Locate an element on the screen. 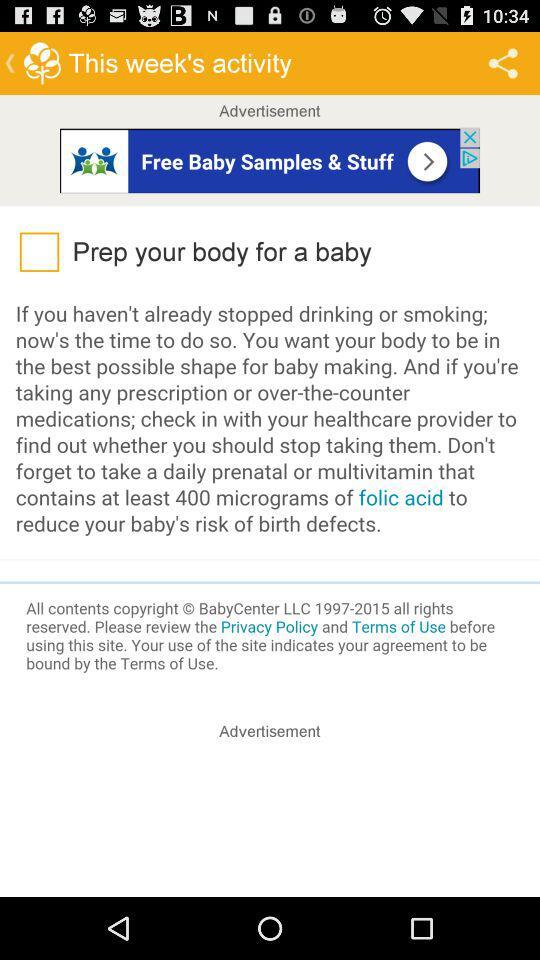  advertisement banner is located at coordinates (270, 158).